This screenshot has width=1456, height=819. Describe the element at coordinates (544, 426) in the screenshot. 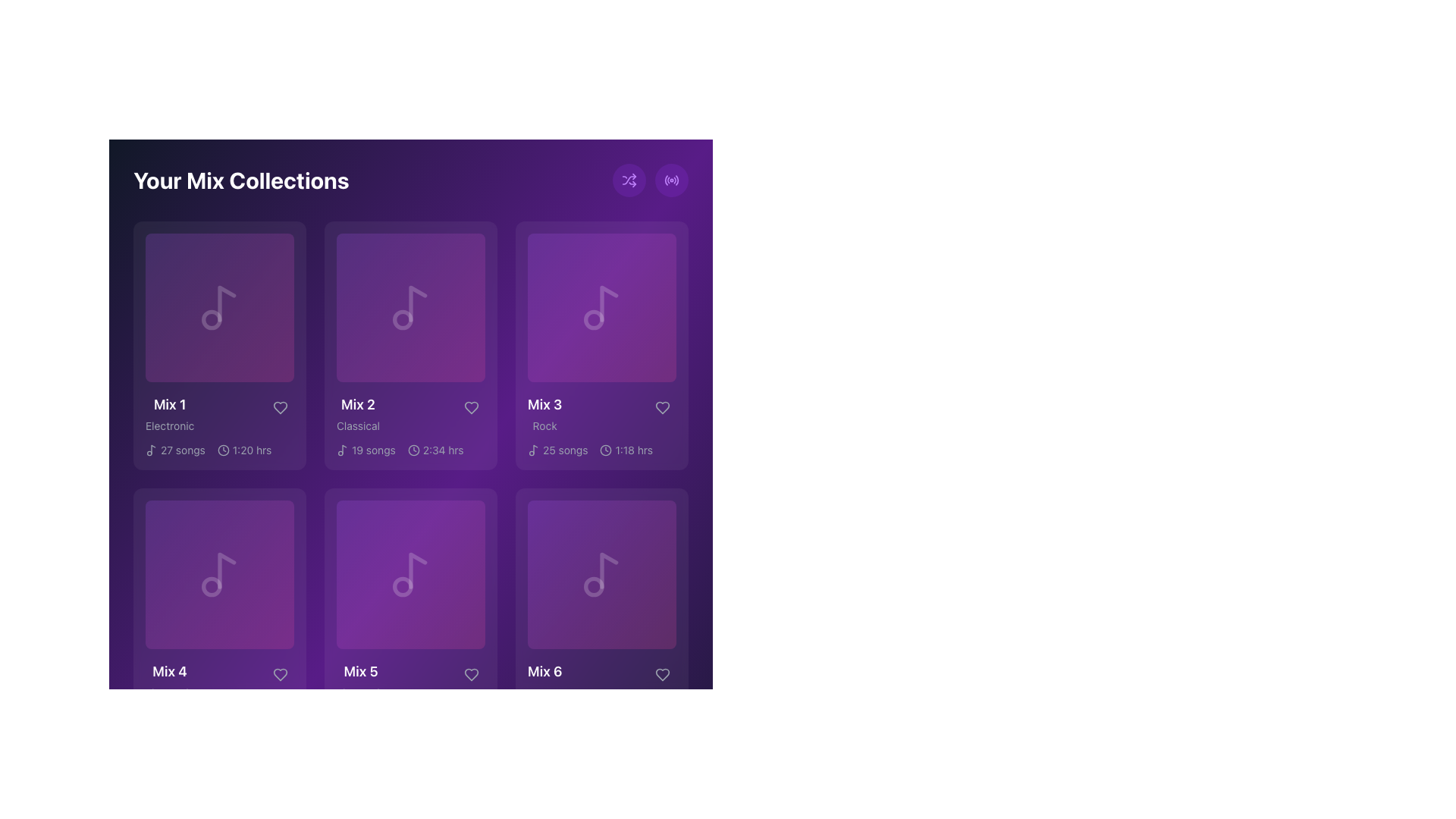

I see `the text label displaying 'Rock' located beneath the title 'Mix 3' in the card layout` at that location.